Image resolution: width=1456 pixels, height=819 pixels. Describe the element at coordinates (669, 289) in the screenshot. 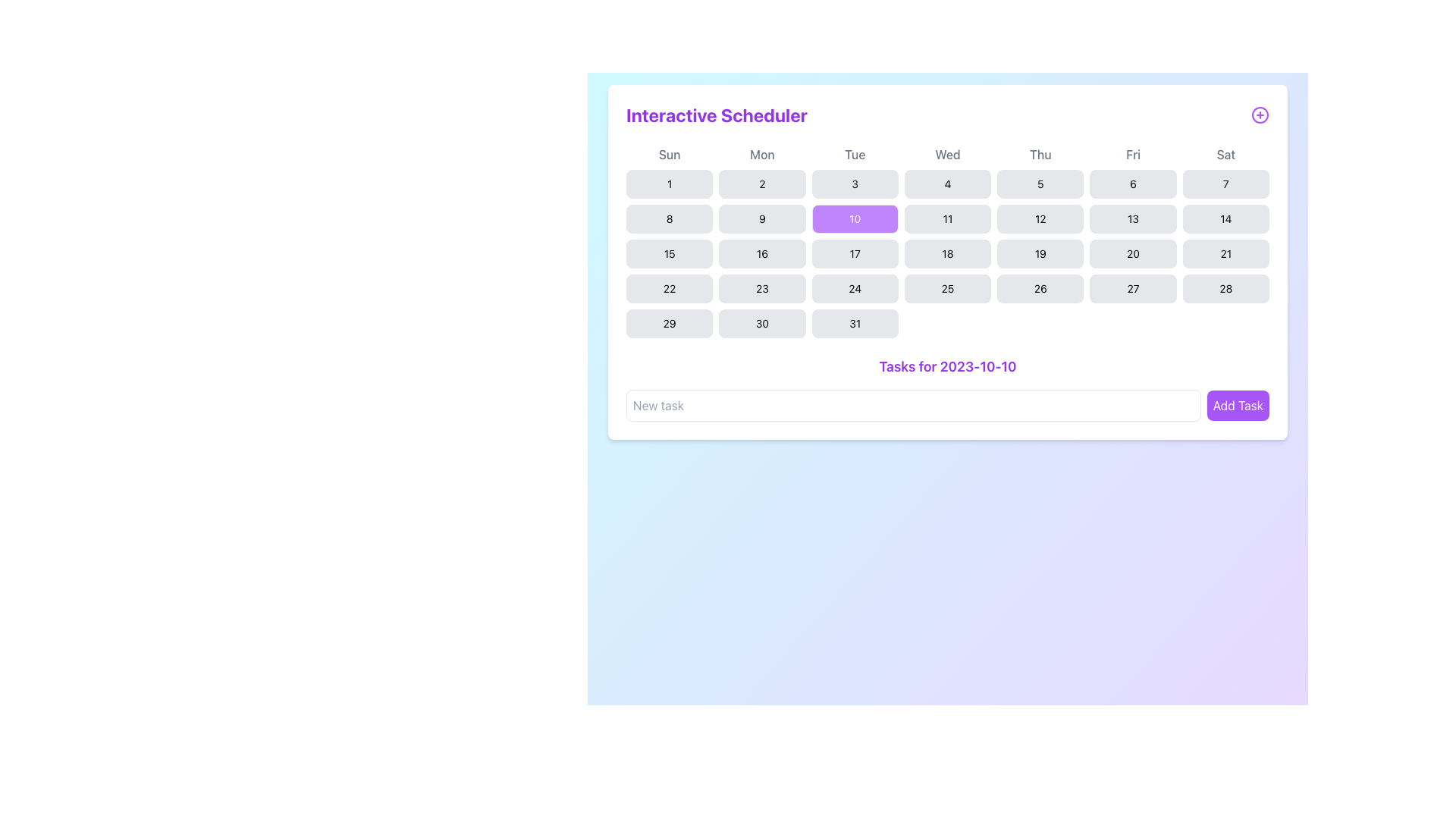

I see `the button representing a specific day in the calendar located in the fourth row, first column under the 'Sun' header` at that location.